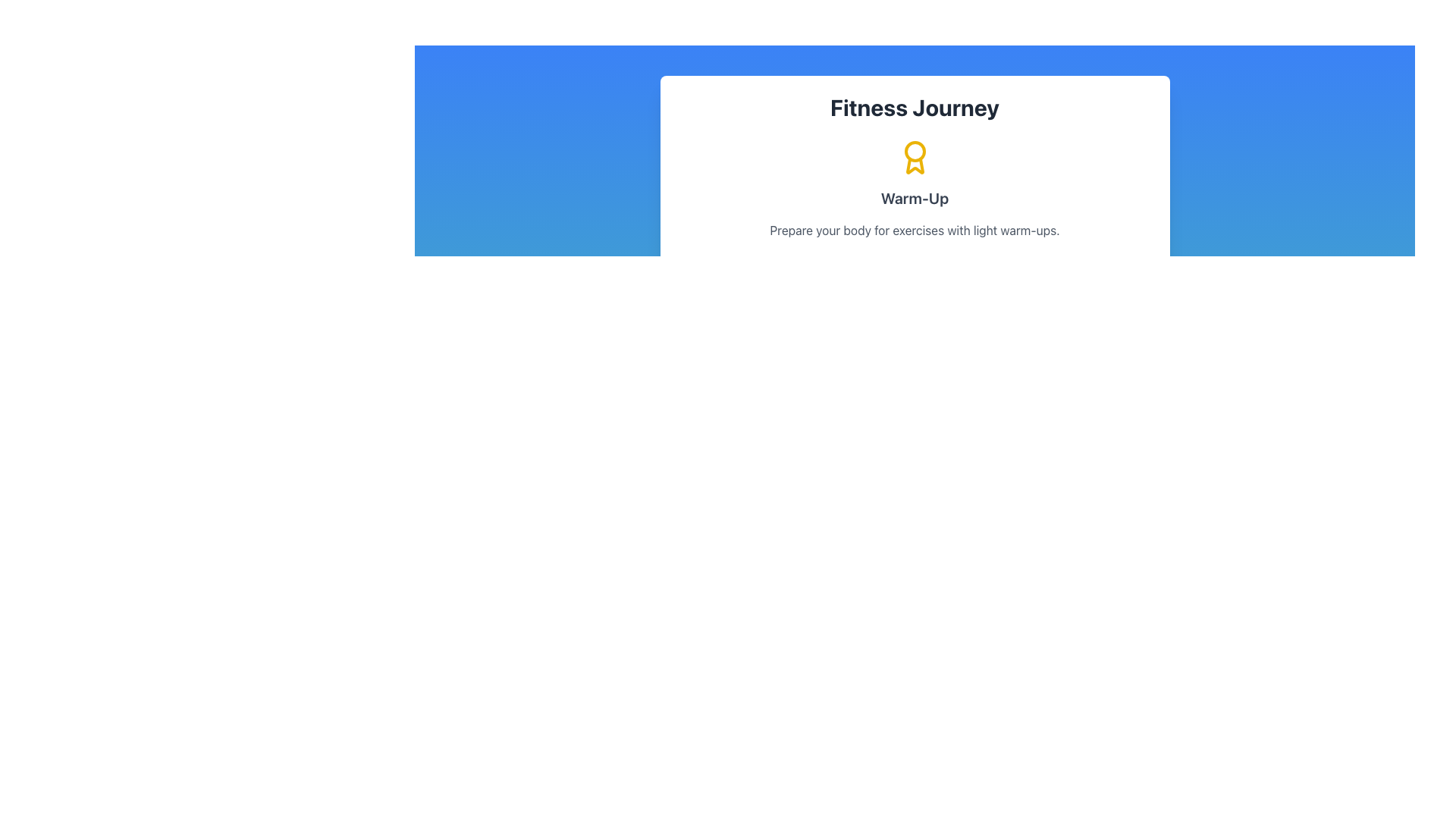  Describe the element at coordinates (914, 231) in the screenshot. I see `the descriptive text that reads 'Prepare your body for exercises with light warm-ups.' located directly below the title 'Warm-Up.'` at that location.